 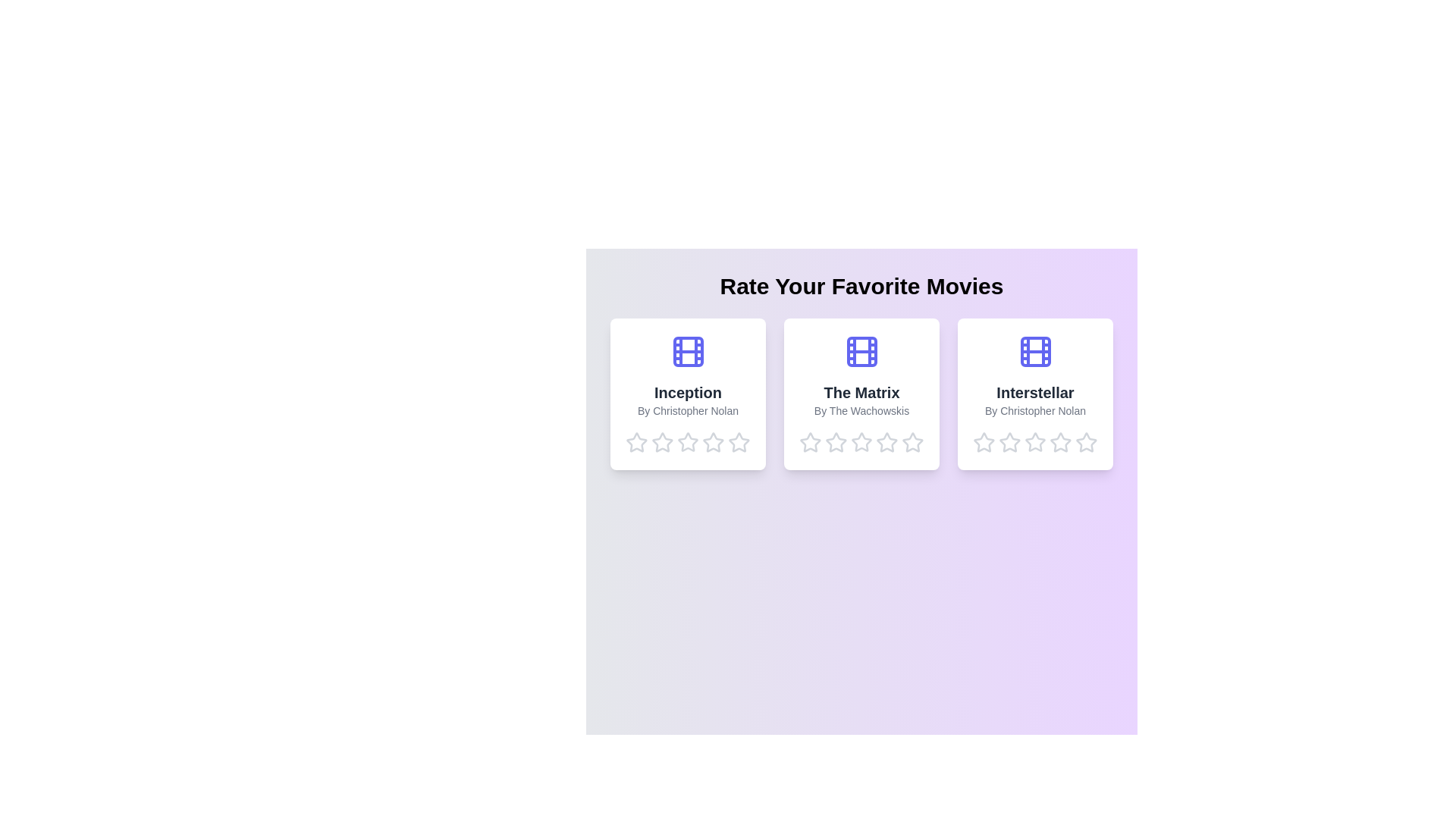 What do you see at coordinates (1086, 442) in the screenshot?
I see `the star corresponding to 5 stars for the movie Interstellar` at bounding box center [1086, 442].